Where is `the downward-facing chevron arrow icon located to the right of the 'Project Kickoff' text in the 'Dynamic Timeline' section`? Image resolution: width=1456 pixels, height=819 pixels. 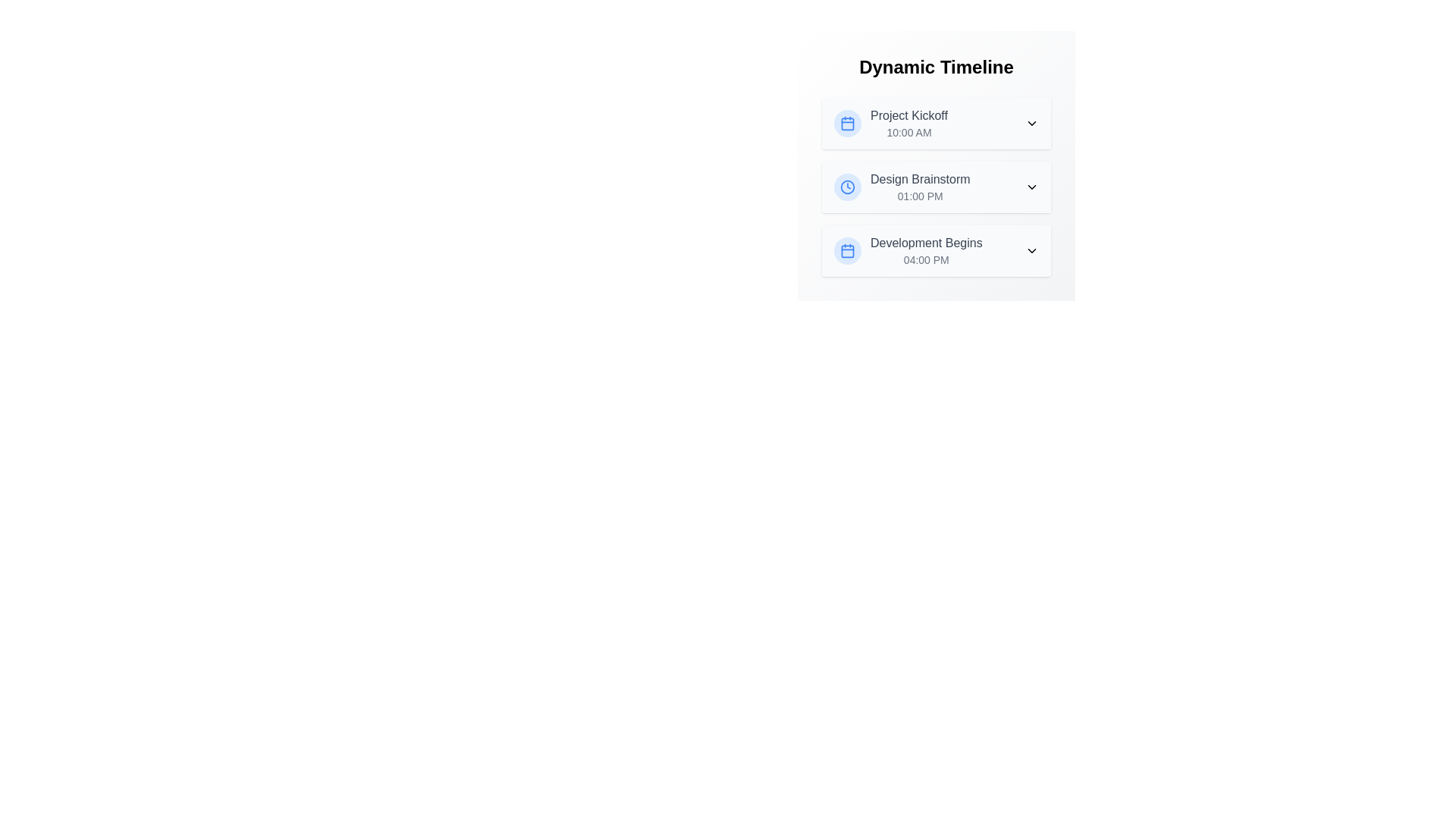 the downward-facing chevron arrow icon located to the right of the 'Project Kickoff' text in the 'Dynamic Timeline' section is located at coordinates (1031, 122).